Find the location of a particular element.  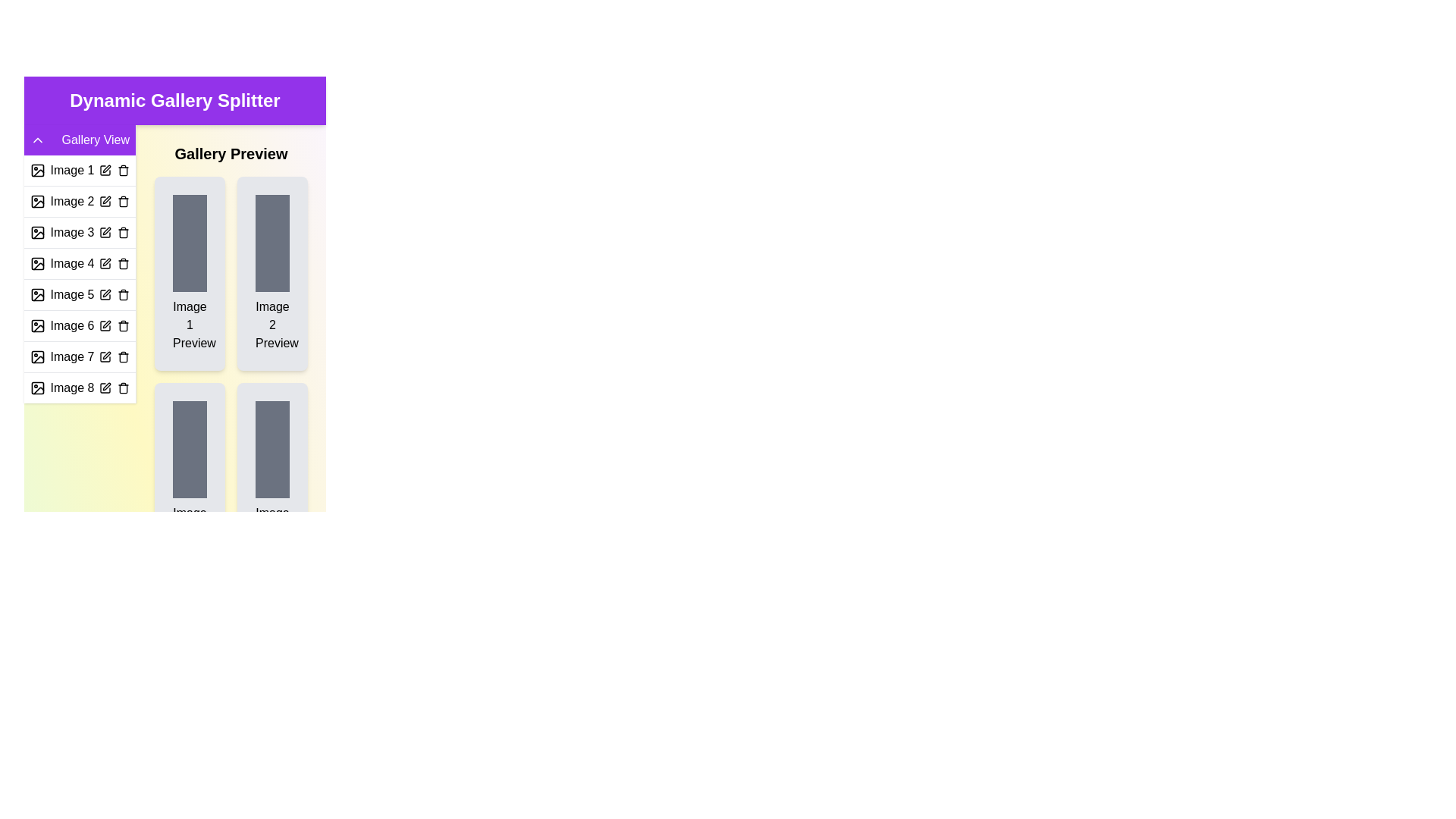

the delete icon of the selectable entry representing 'Image 7' in the Gallery View list is located at coordinates (79, 356).